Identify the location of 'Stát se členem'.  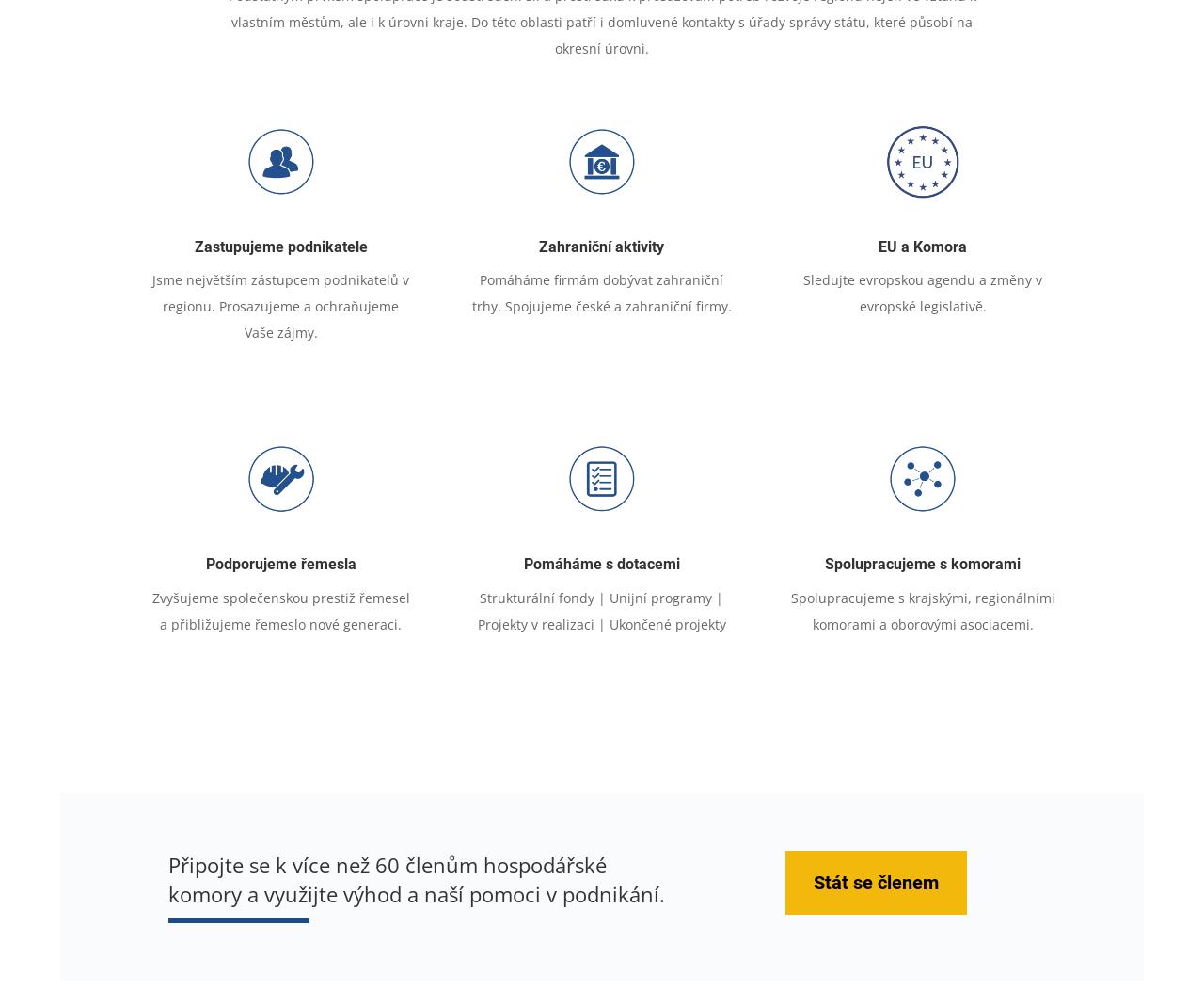
(875, 883).